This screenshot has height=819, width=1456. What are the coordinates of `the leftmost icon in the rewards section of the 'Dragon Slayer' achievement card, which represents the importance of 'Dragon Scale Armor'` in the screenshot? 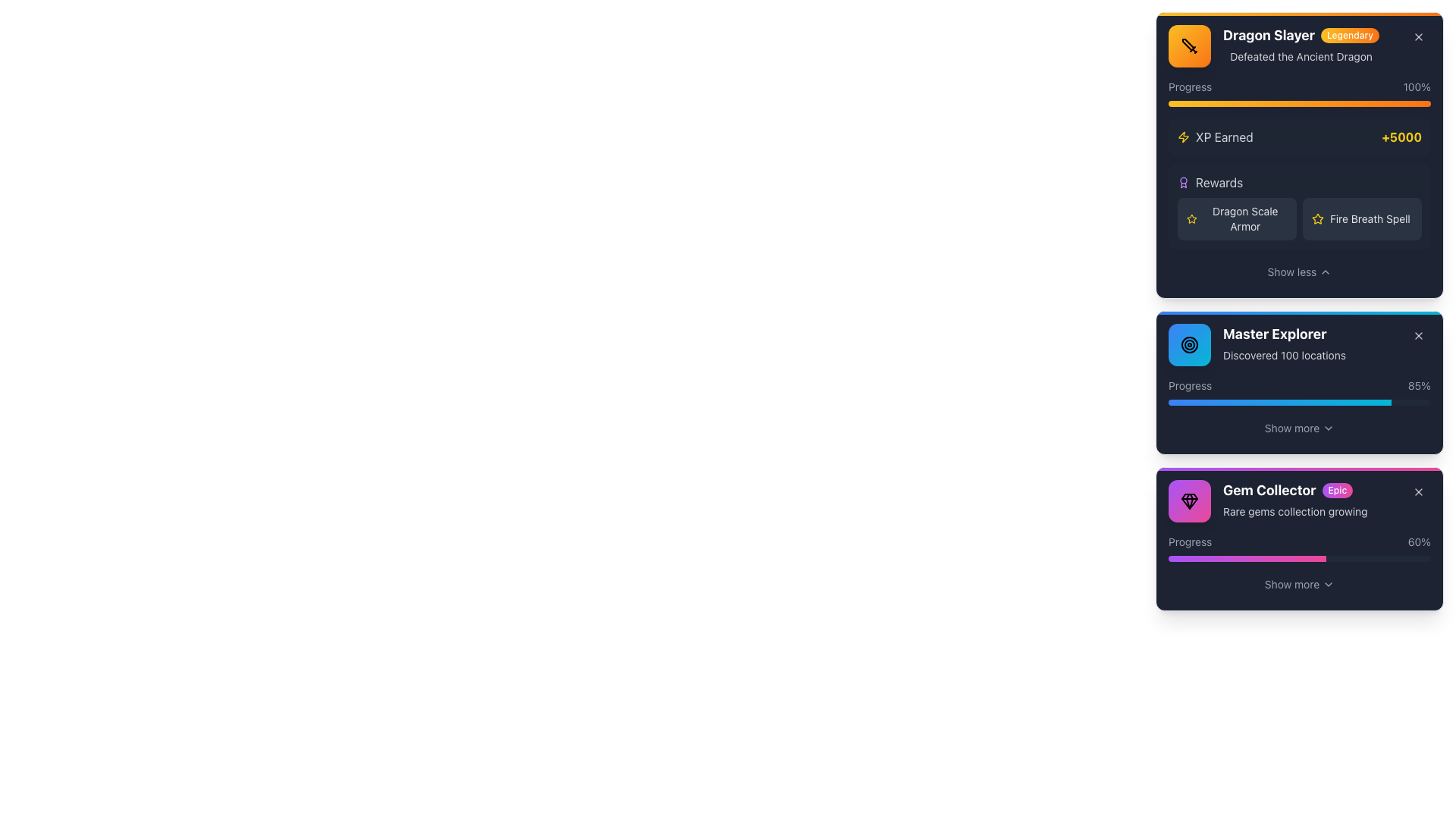 It's located at (1191, 219).